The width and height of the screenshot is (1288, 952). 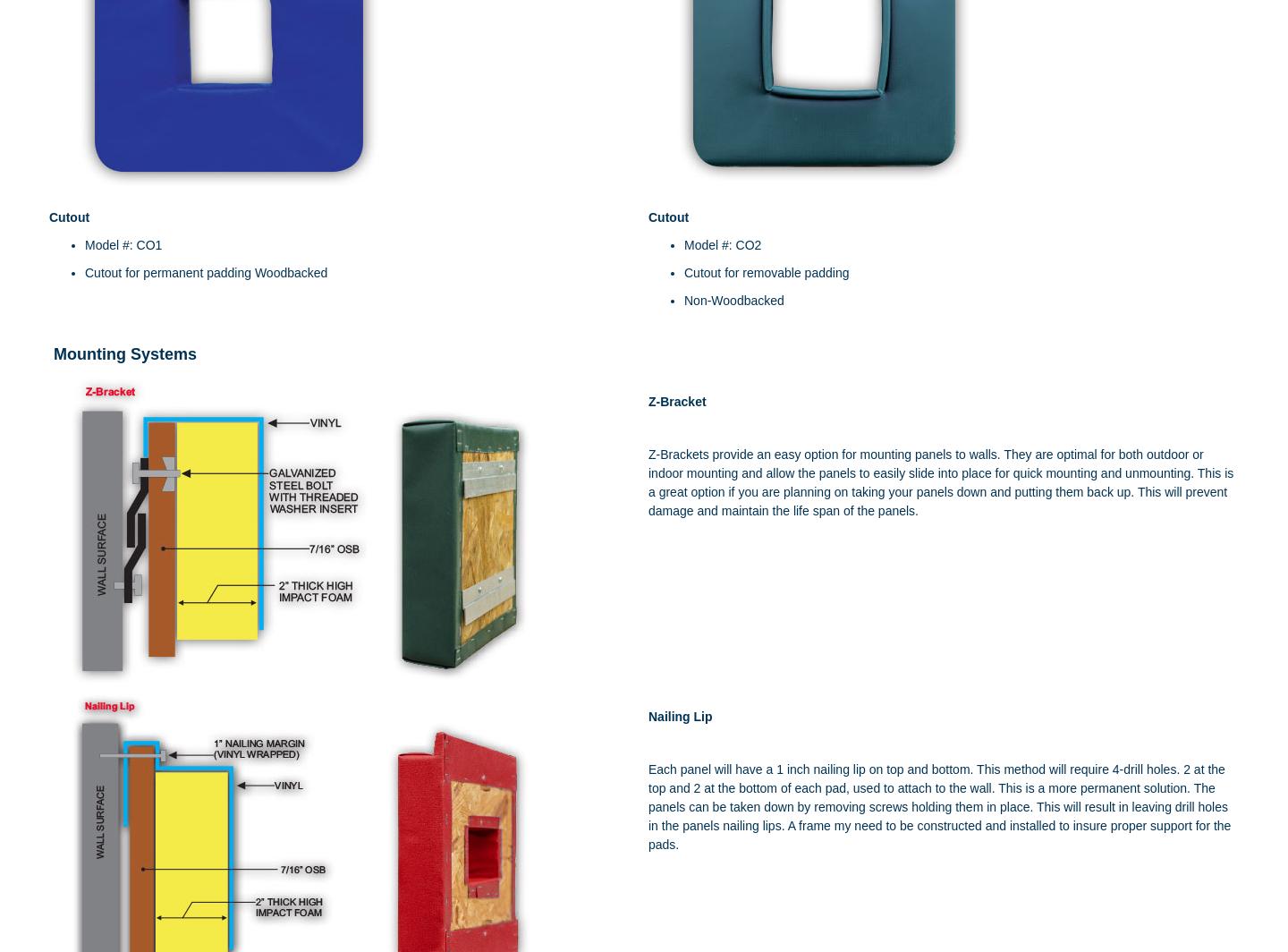 I want to click on 'Model #: CO1', so click(x=122, y=244).